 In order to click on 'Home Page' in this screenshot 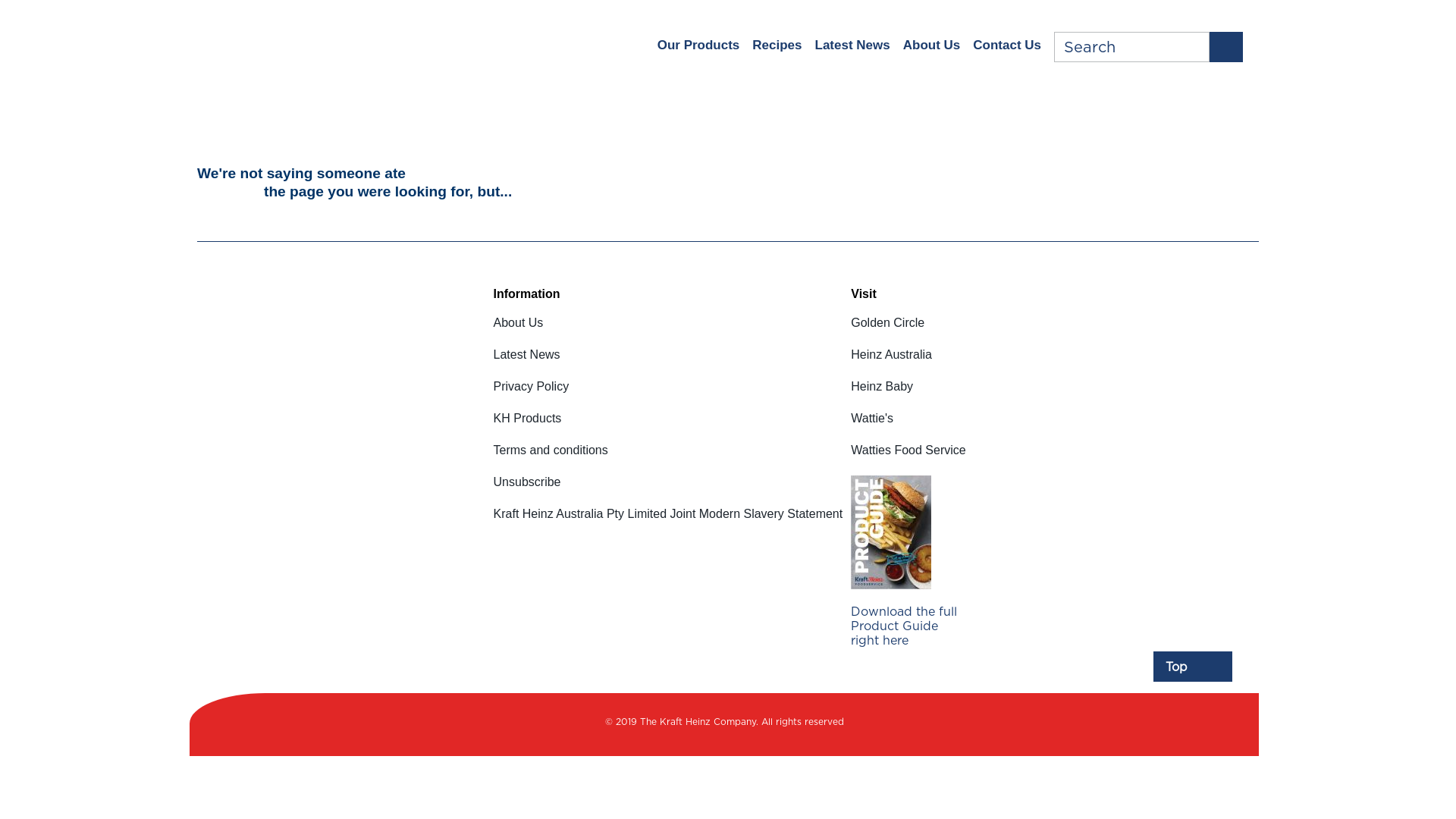, I will do `click(313, 43)`.